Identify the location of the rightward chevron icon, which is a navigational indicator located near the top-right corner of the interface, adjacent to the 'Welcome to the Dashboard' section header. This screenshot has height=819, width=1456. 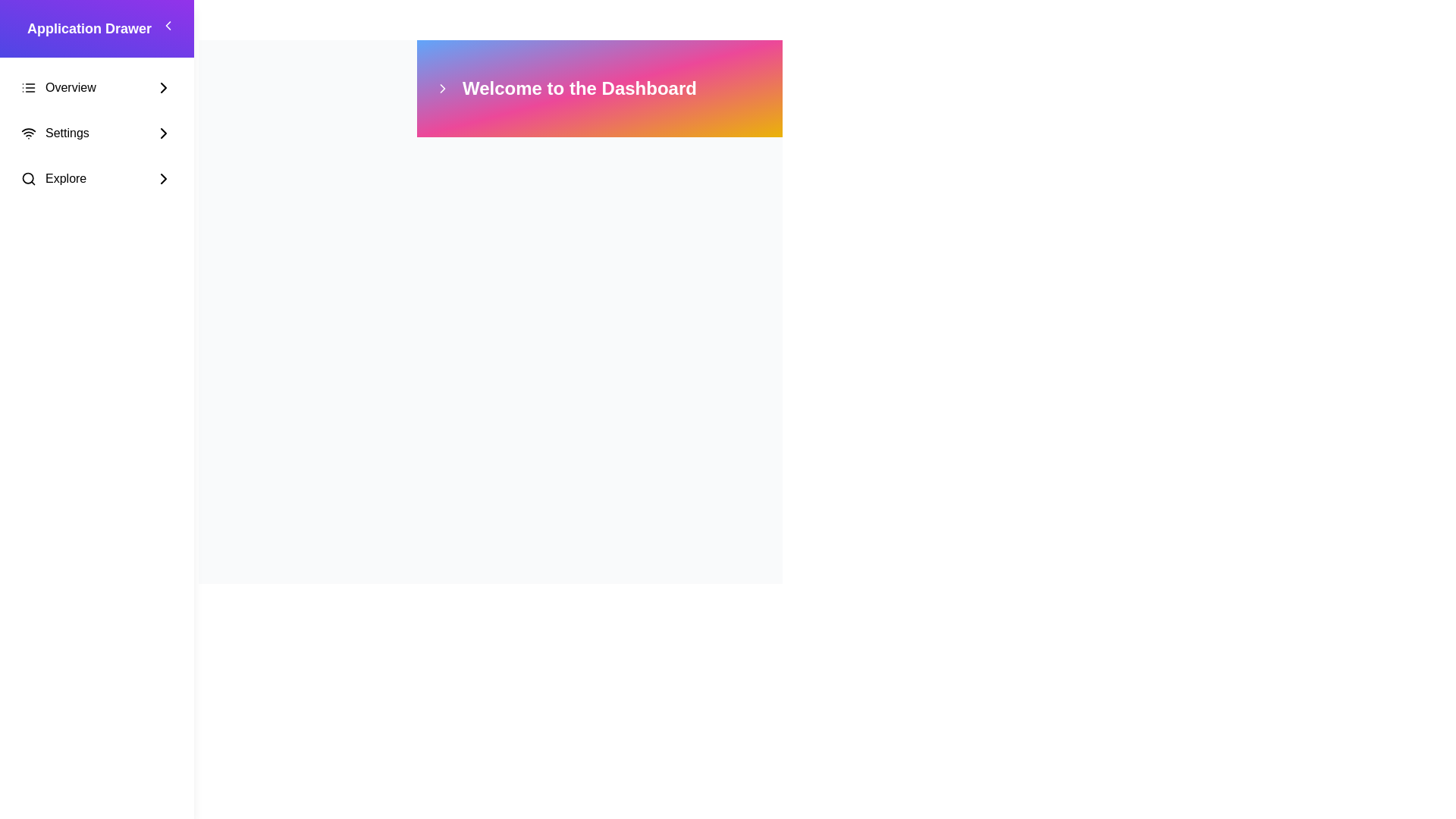
(164, 133).